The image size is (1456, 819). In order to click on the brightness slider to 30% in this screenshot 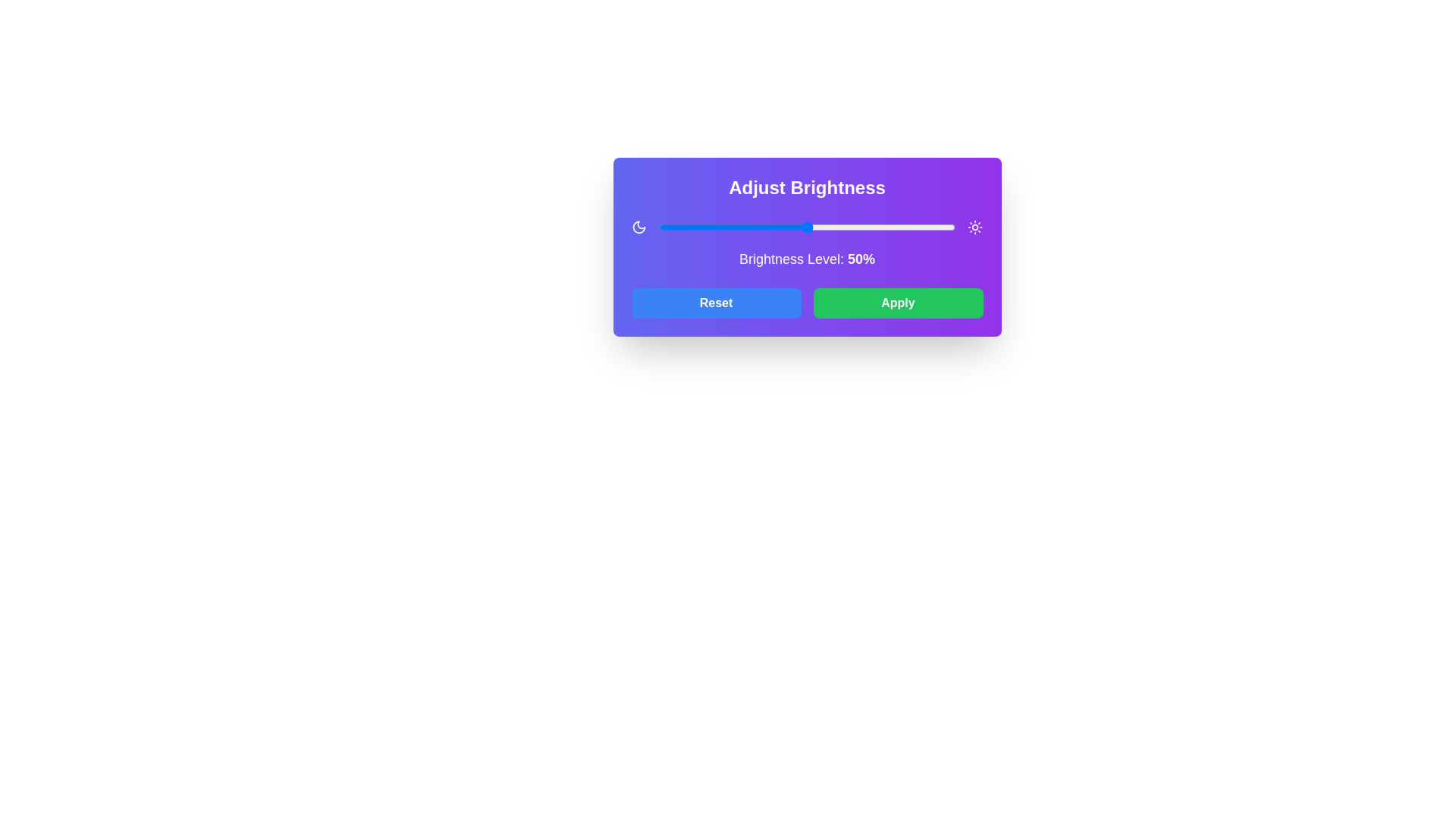, I will do `click(748, 227)`.